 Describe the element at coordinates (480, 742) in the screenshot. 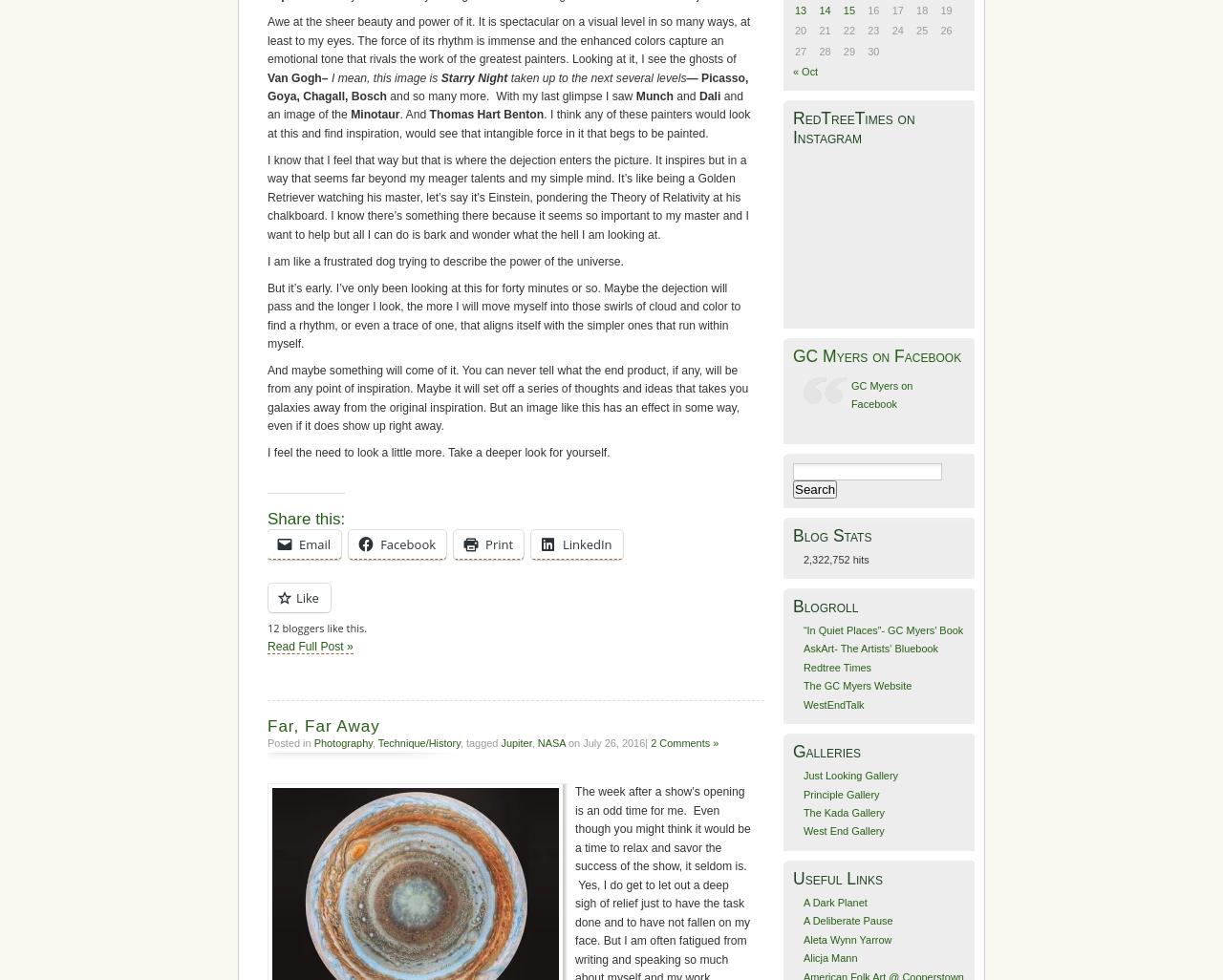

I see `', tagged'` at that location.